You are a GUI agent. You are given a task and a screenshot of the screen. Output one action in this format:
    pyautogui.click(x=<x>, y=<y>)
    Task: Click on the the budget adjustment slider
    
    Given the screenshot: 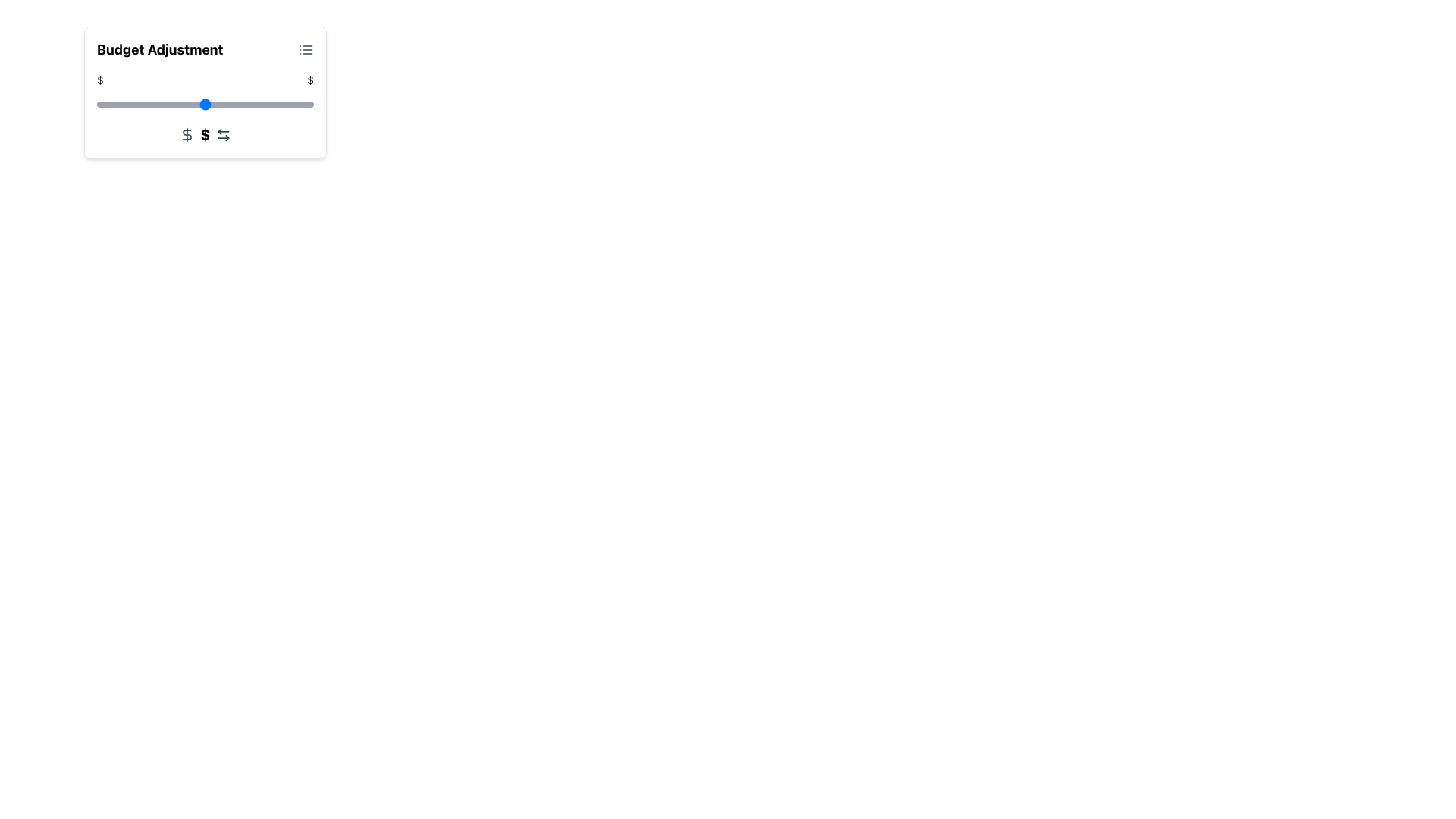 What is the action you would take?
    pyautogui.click(x=111, y=104)
    